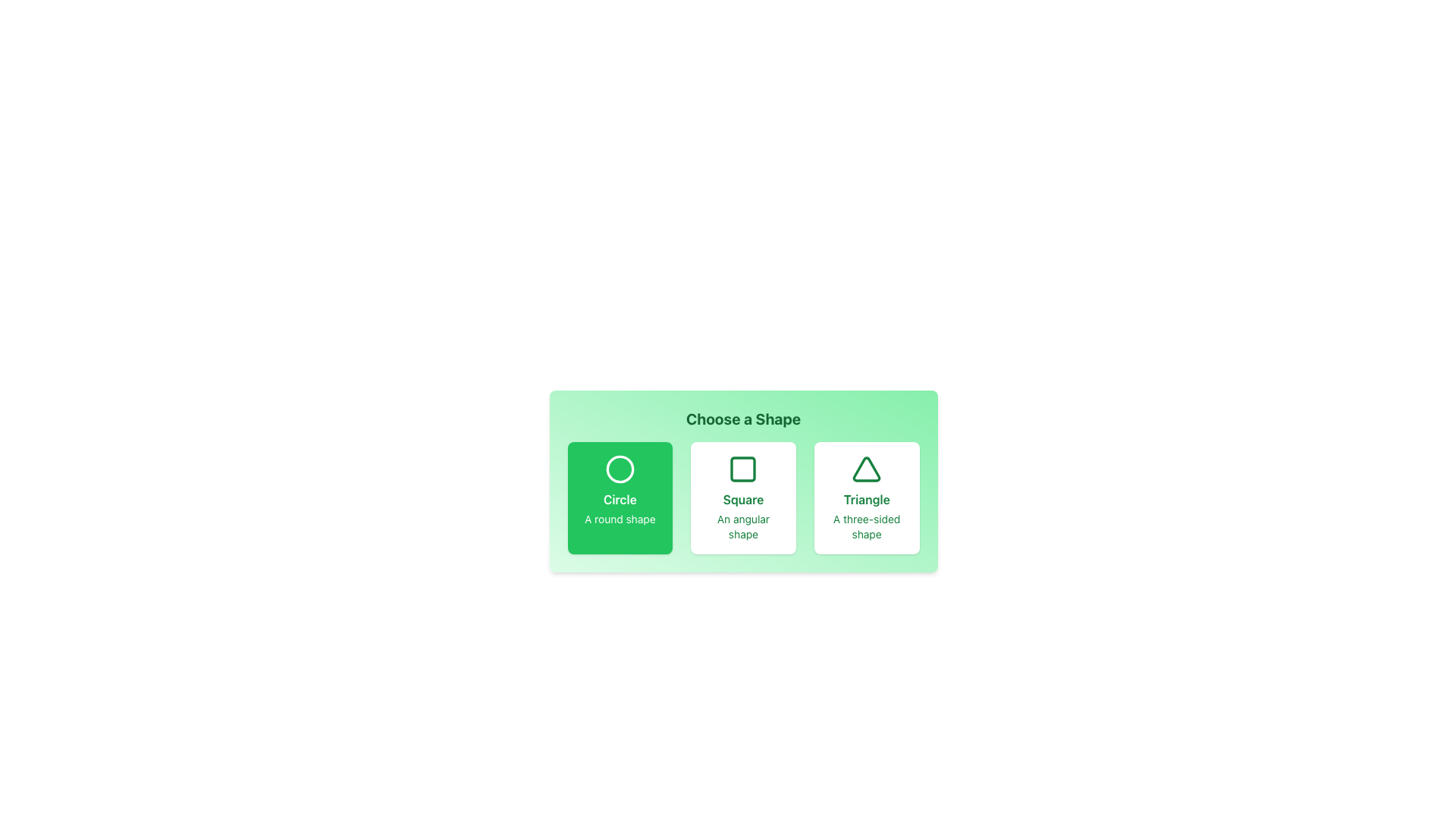 The image size is (1456, 819). Describe the element at coordinates (743, 419) in the screenshot. I see `heading element that provides context for the shape options, positioned at the top center above the buttons for 'Circle', 'Square', and 'Triangle'` at that location.